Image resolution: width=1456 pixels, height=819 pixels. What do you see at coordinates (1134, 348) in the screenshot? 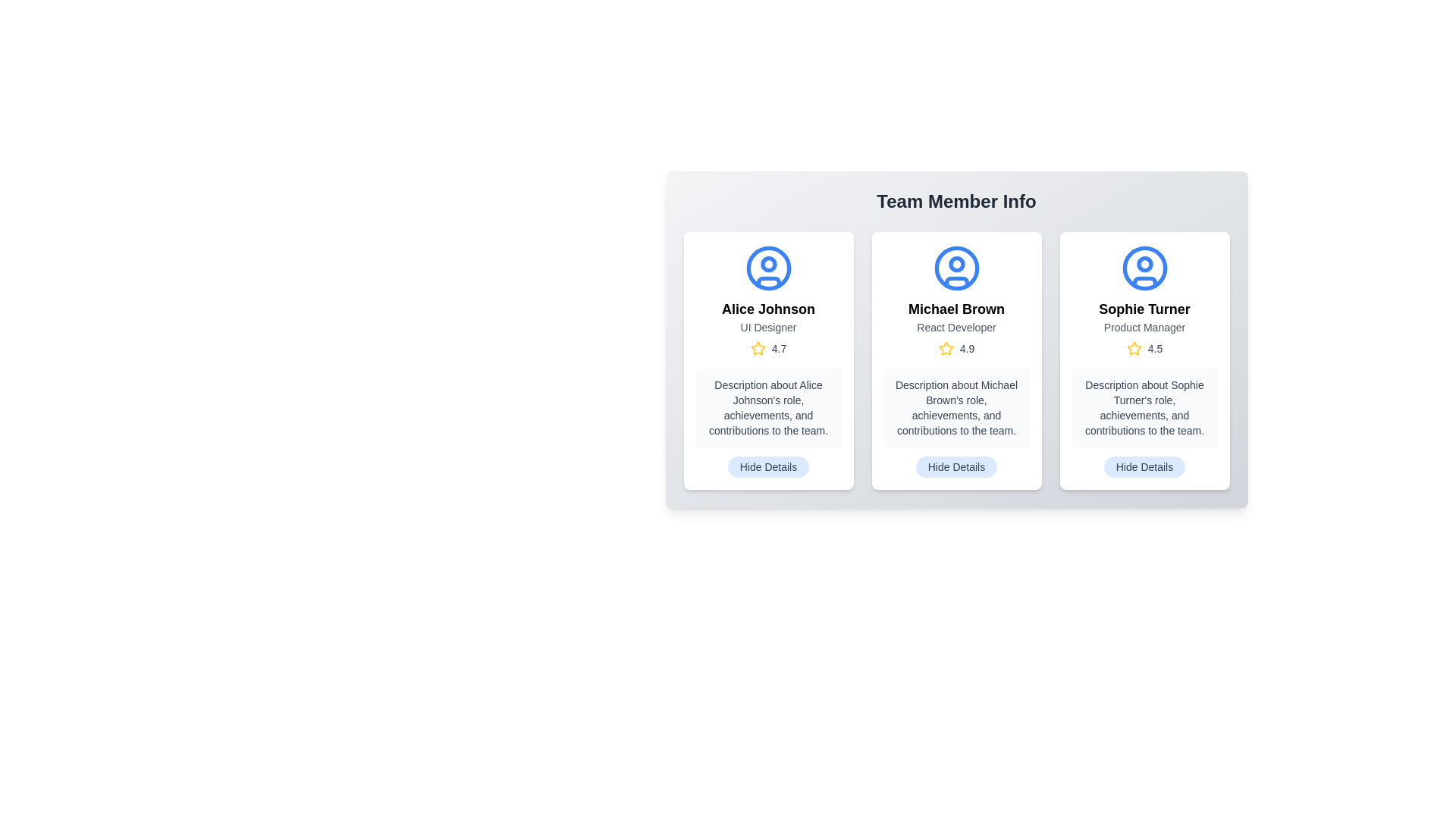
I see `the yellow five-pointed star icon next to the rating for 'Sophie Turner' in the 'Team Member Info' section` at bounding box center [1134, 348].